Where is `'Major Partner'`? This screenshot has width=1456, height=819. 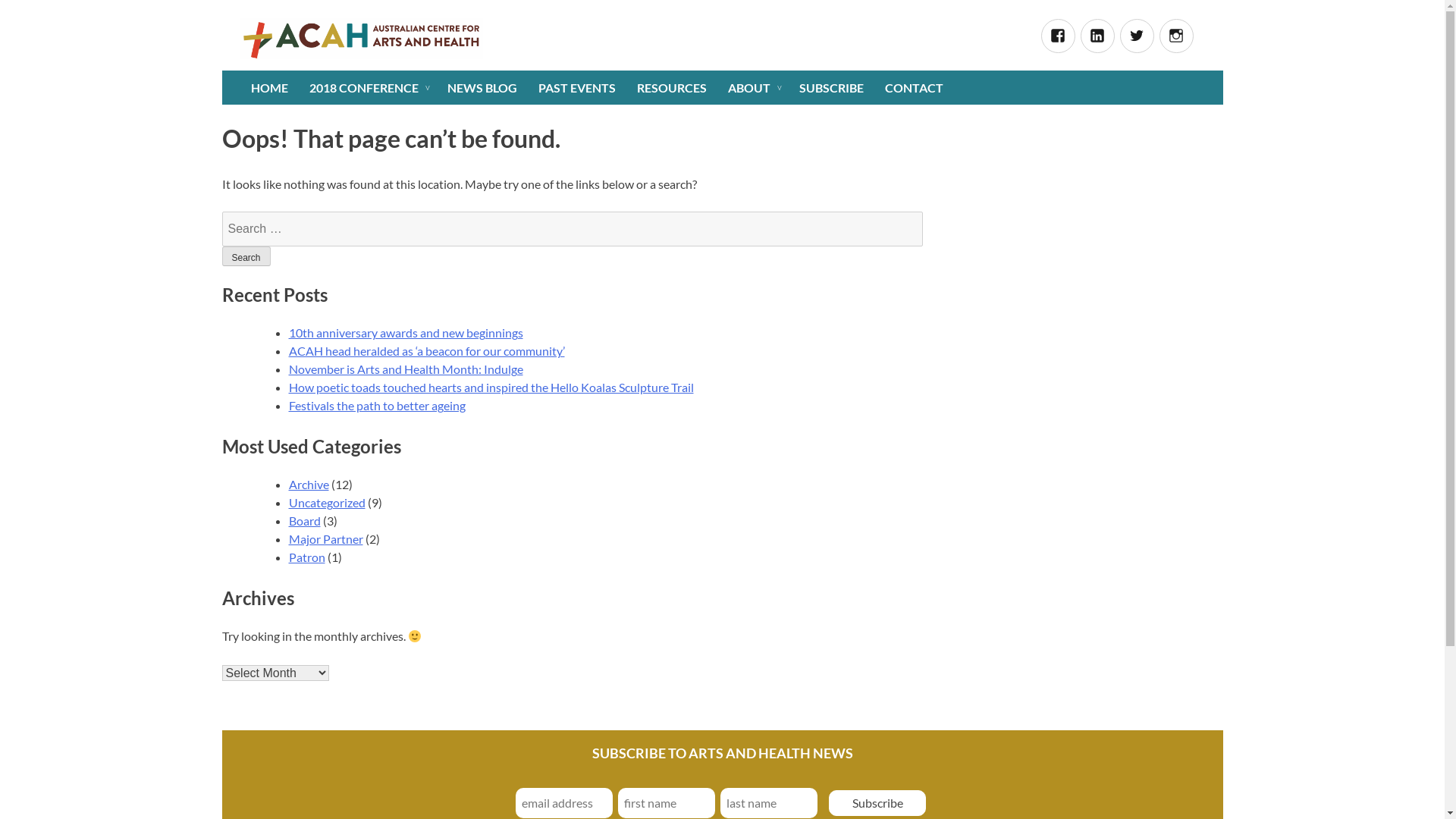 'Major Partner' is located at coordinates (324, 538).